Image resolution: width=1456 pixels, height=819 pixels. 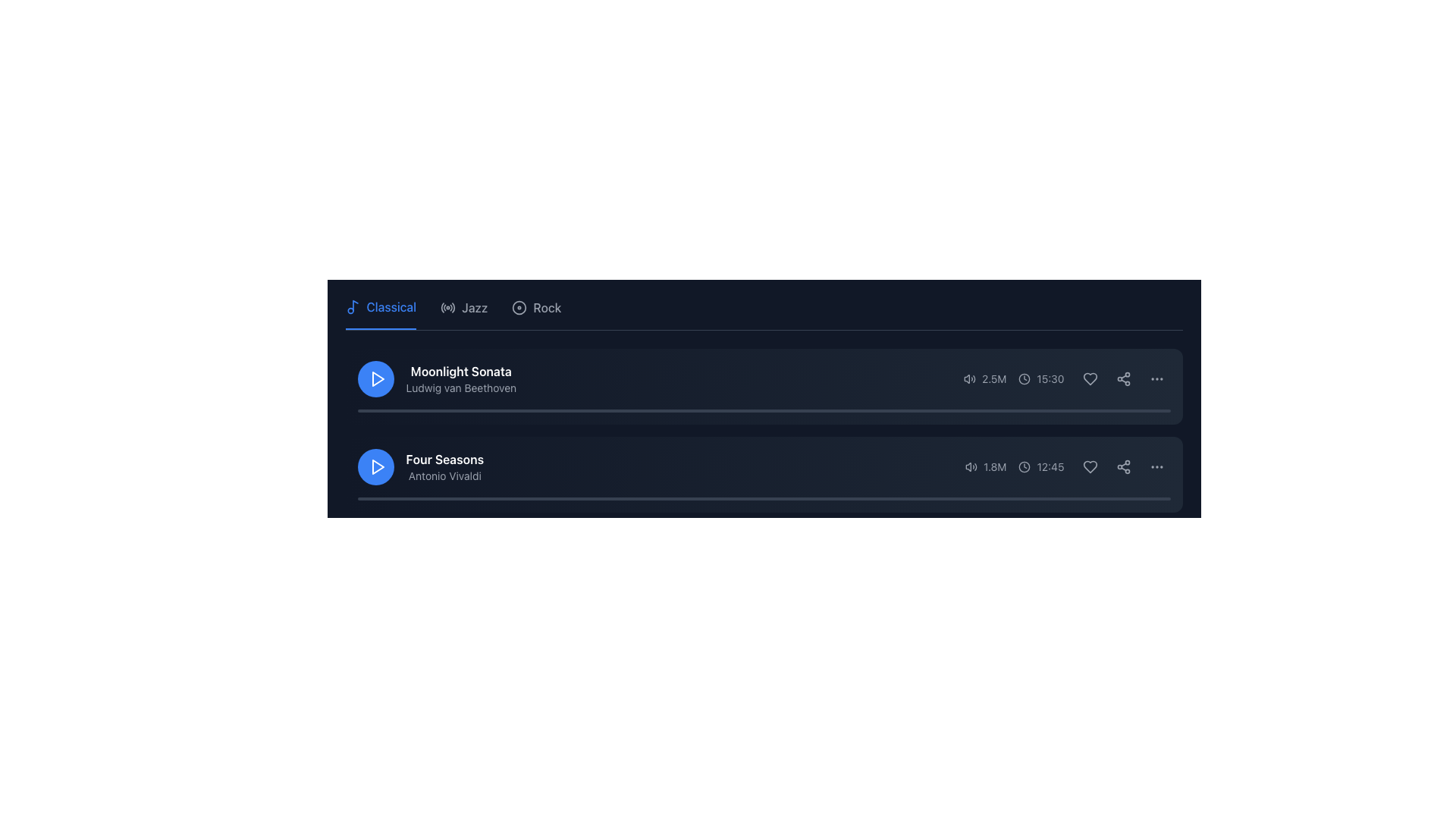 What do you see at coordinates (352, 307) in the screenshot?
I see `the 'Classical' music category icon located at the beginning of the section in the navigation bar` at bounding box center [352, 307].